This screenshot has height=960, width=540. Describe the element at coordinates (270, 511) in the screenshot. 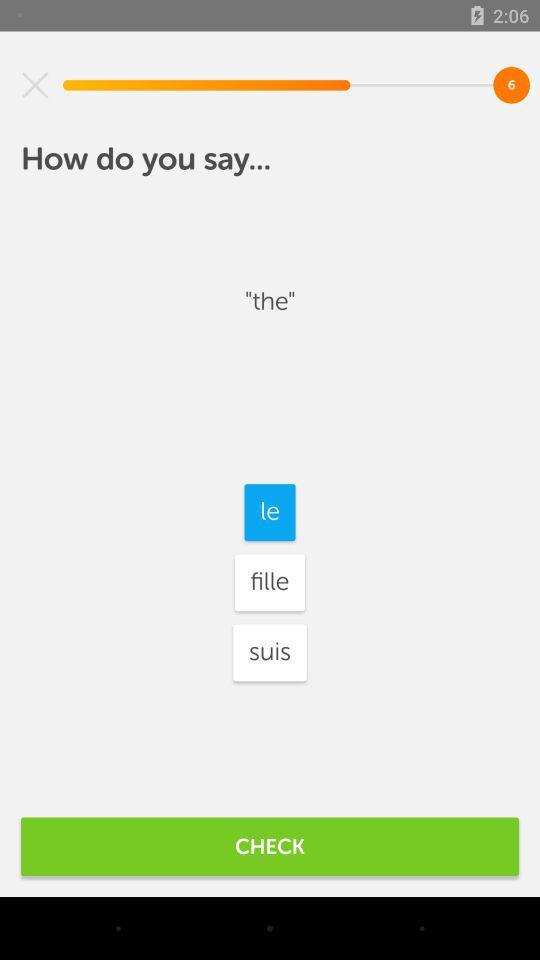

I see `icon above the fille icon` at that location.